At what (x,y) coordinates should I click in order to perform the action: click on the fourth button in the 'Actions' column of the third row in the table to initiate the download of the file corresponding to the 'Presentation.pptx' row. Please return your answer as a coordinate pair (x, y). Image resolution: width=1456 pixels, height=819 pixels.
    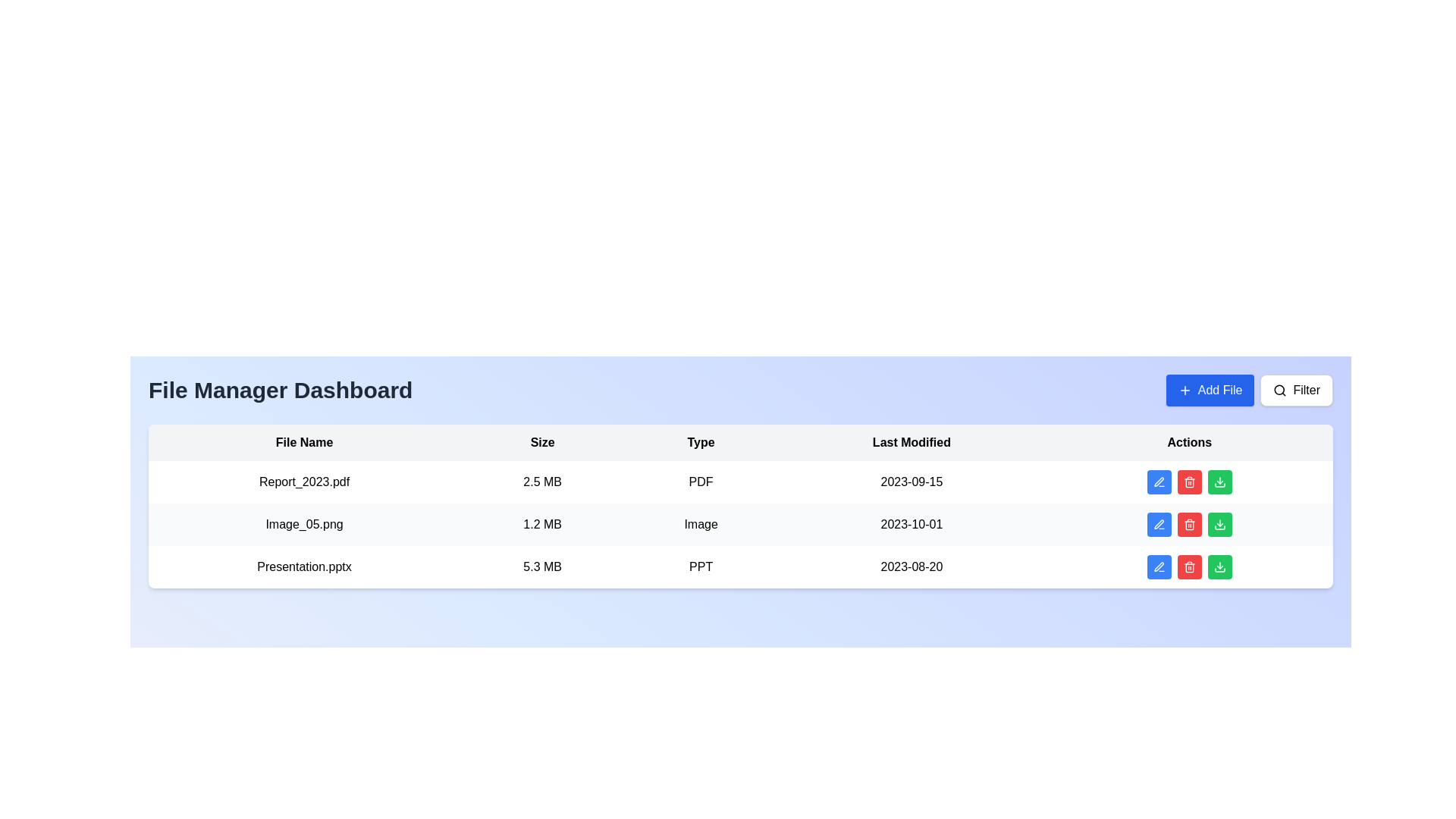
    Looking at the image, I should click on (1219, 567).